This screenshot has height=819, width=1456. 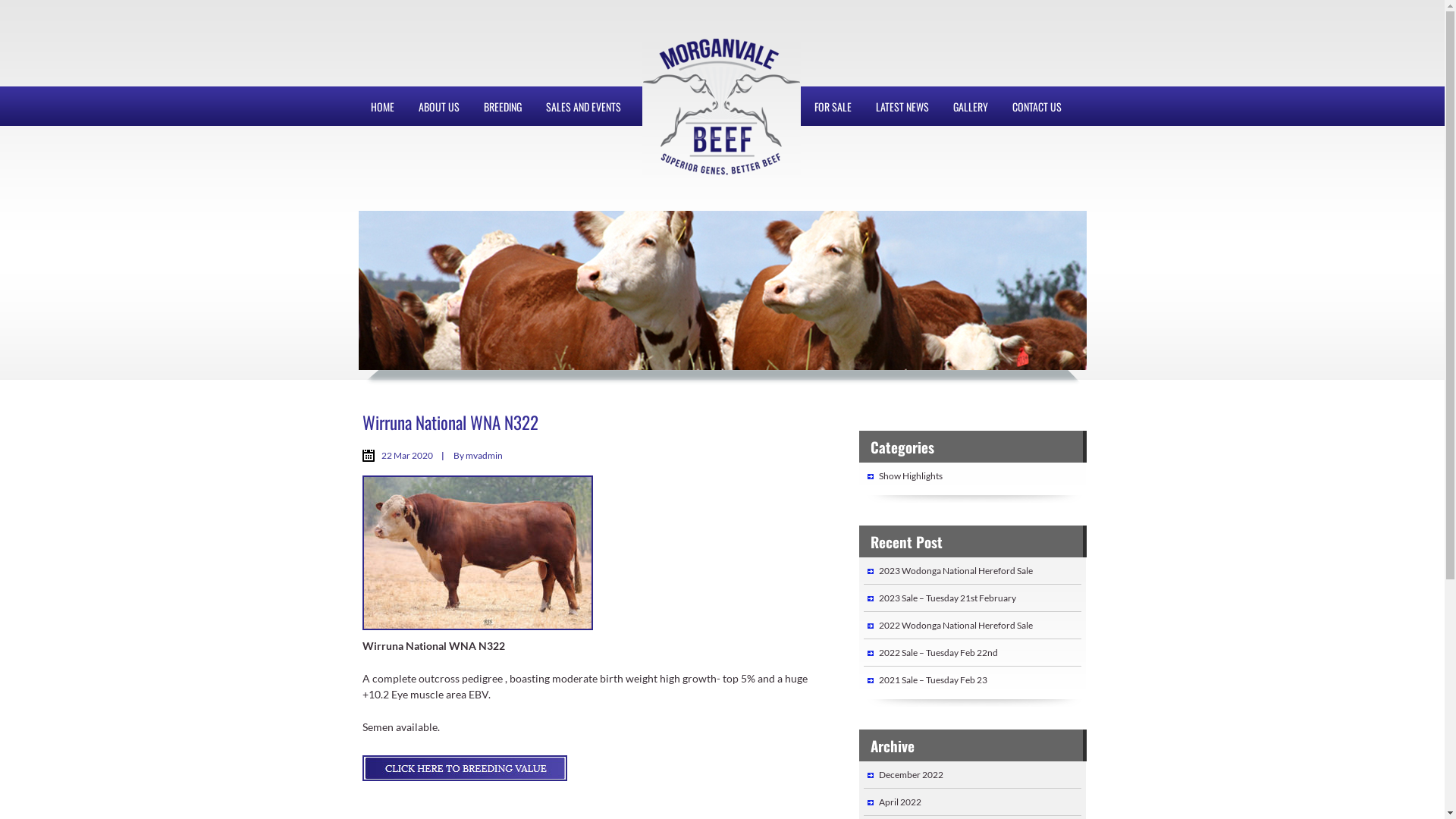 What do you see at coordinates (910, 774) in the screenshot?
I see `'December 2022'` at bounding box center [910, 774].